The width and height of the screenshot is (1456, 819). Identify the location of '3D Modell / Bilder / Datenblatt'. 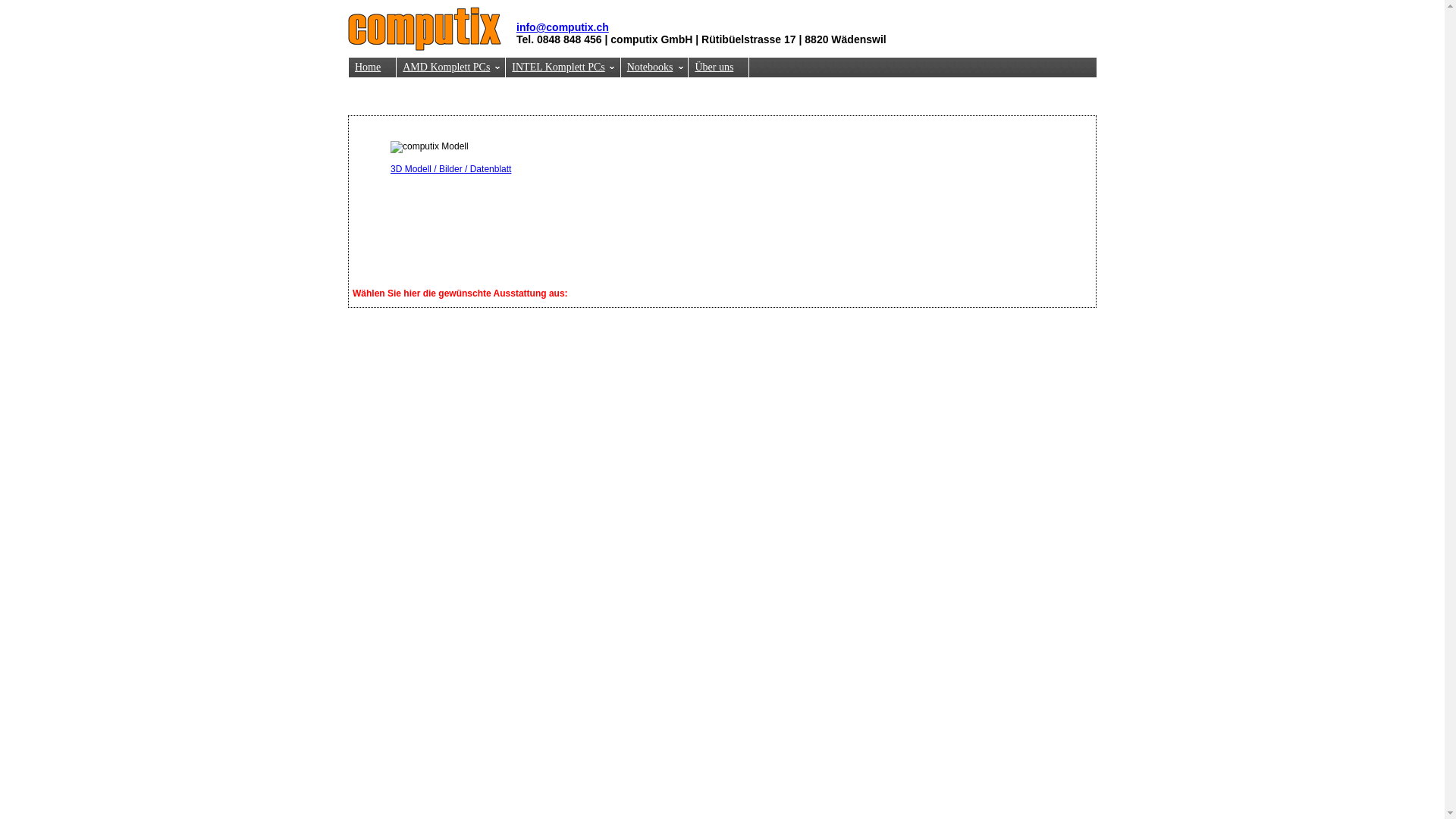
(450, 169).